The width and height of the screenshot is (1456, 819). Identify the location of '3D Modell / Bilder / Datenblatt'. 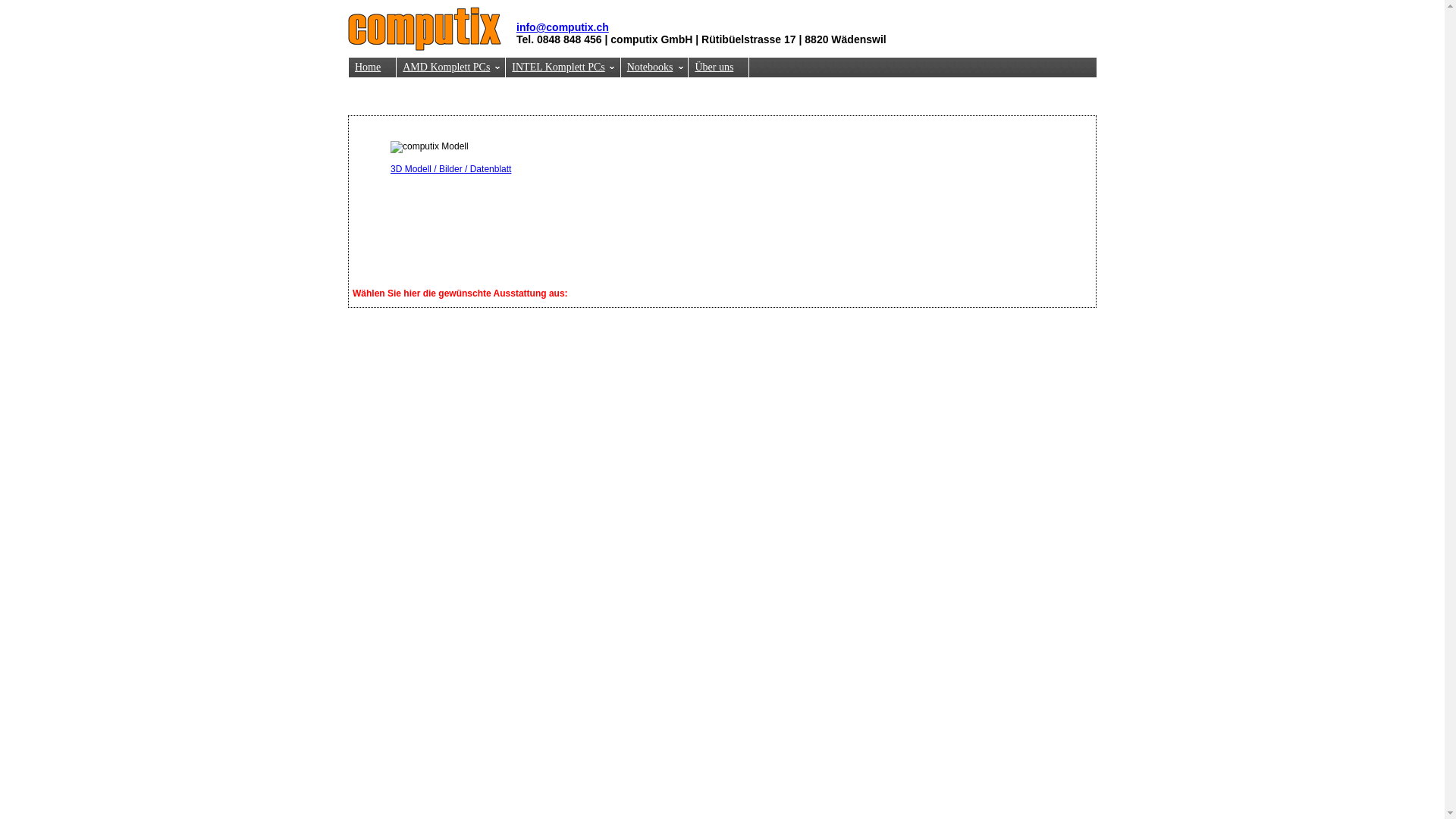
(450, 169).